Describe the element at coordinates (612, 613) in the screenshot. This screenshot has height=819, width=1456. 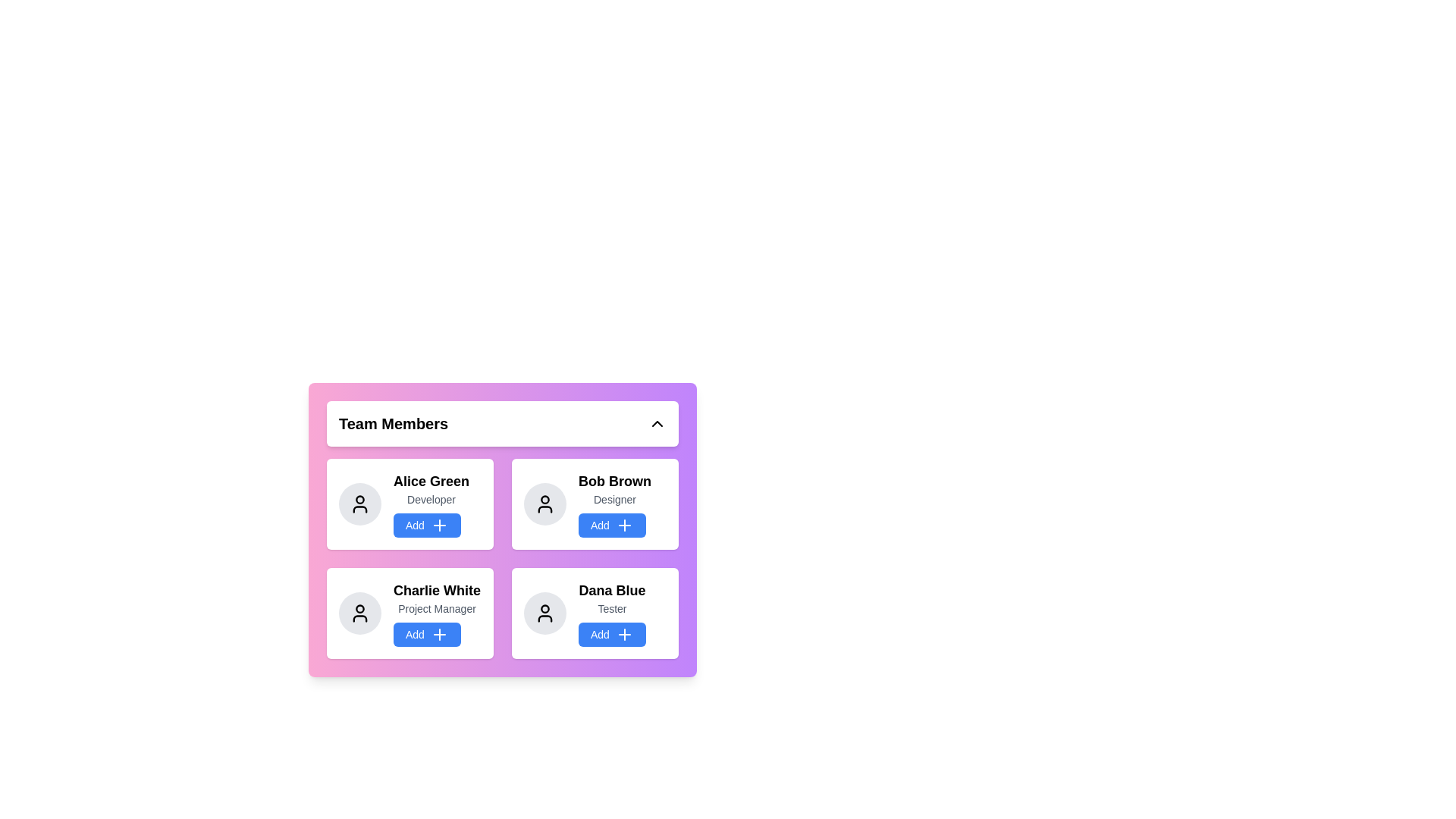
I see `the Composite card representing team member 'Dana Blue', located in the bottom-right corner of the grid layout in the 'Team Members' section` at that location.